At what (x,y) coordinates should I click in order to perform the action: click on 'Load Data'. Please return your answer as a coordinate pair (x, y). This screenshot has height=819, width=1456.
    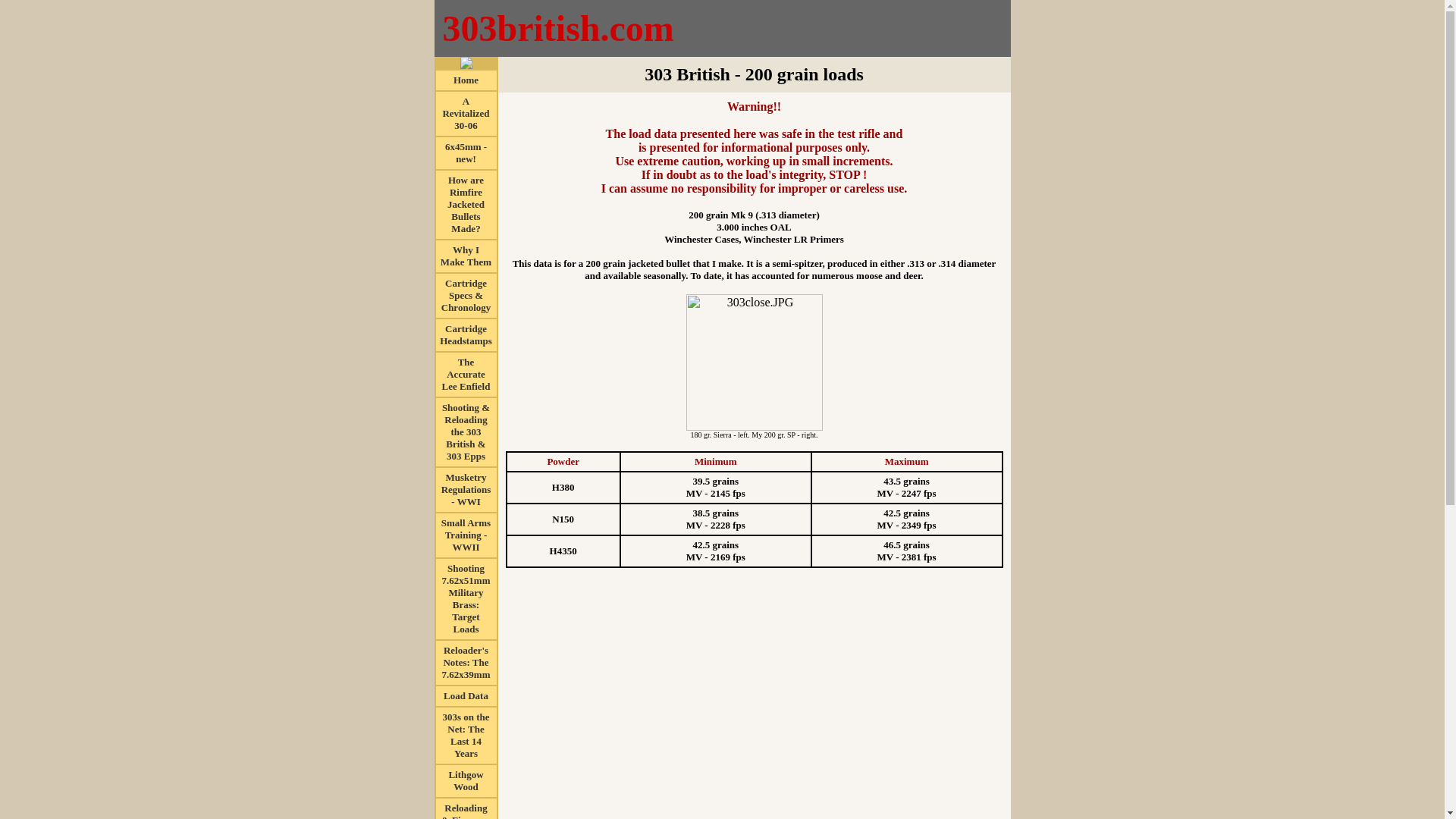
    Looking at the image, I should click on (465, 695).